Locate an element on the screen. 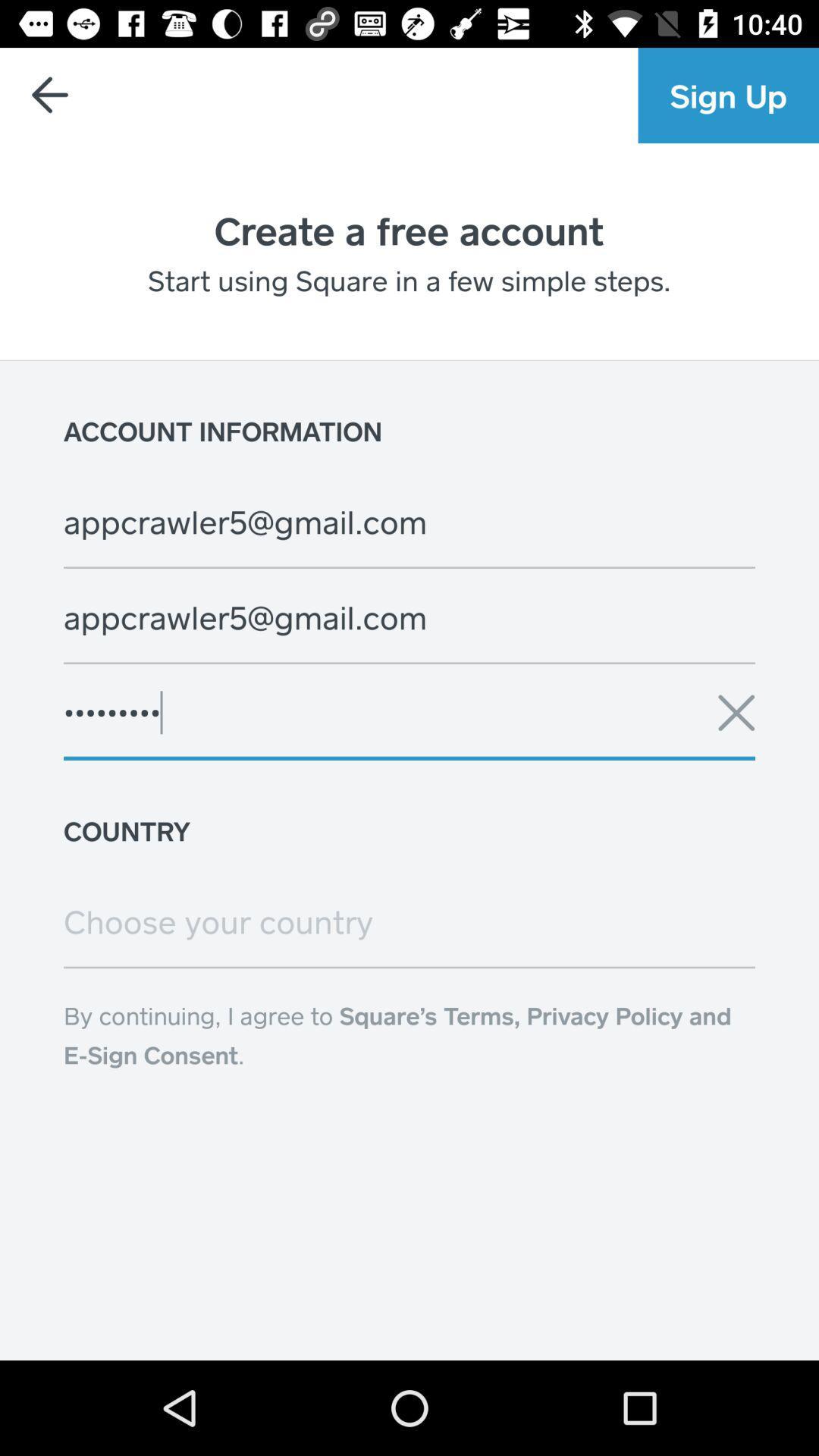 The width and height of the screenshot is (819, 1456). type your country is located at coordinates (409, 920).